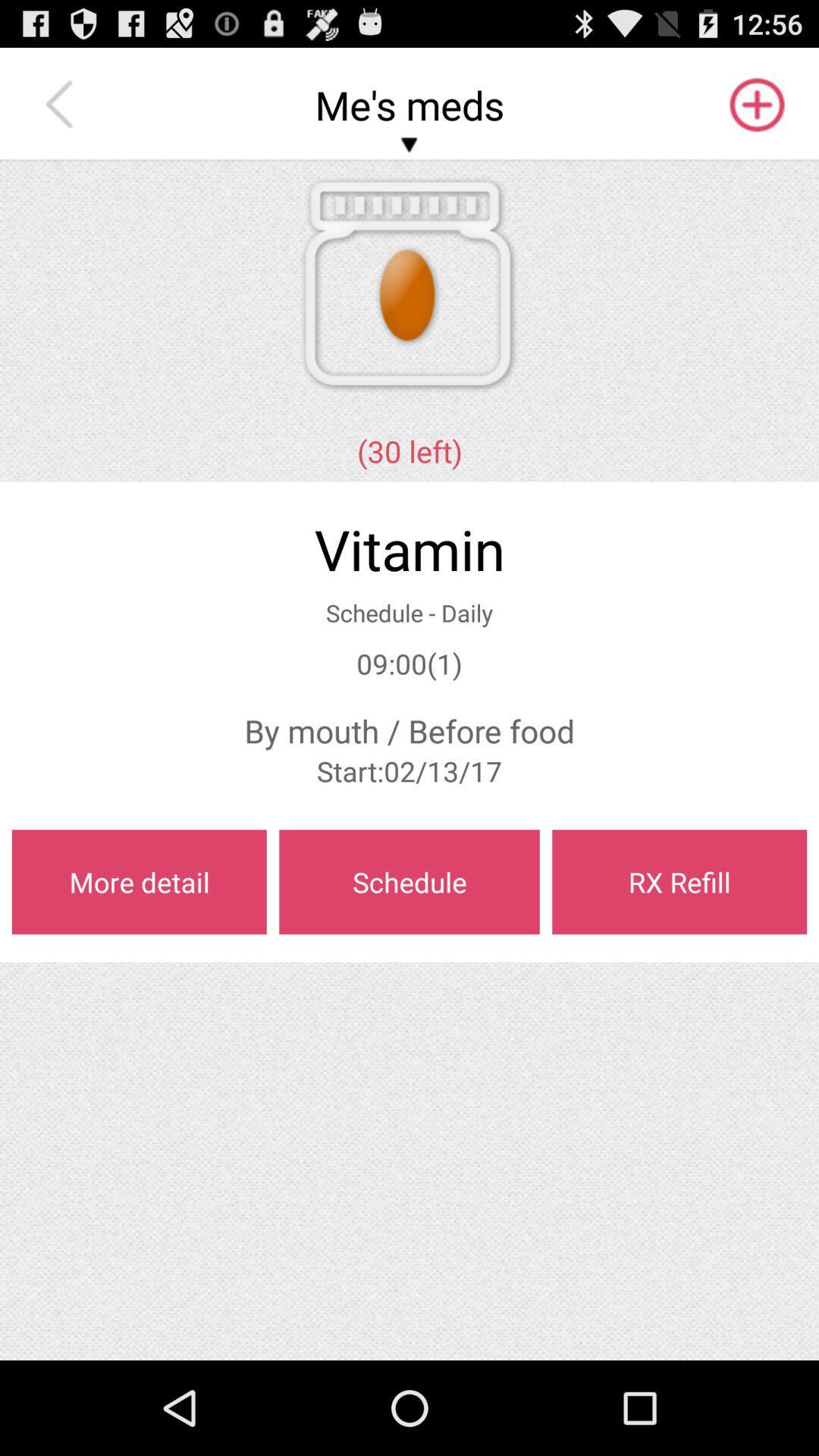 The height and width of the screenshot is (1456, 819). What do you see at coordinates (62, 104) in the screenshot?
I see `the app above the (30 left) item` at bounding box center [62, 104].